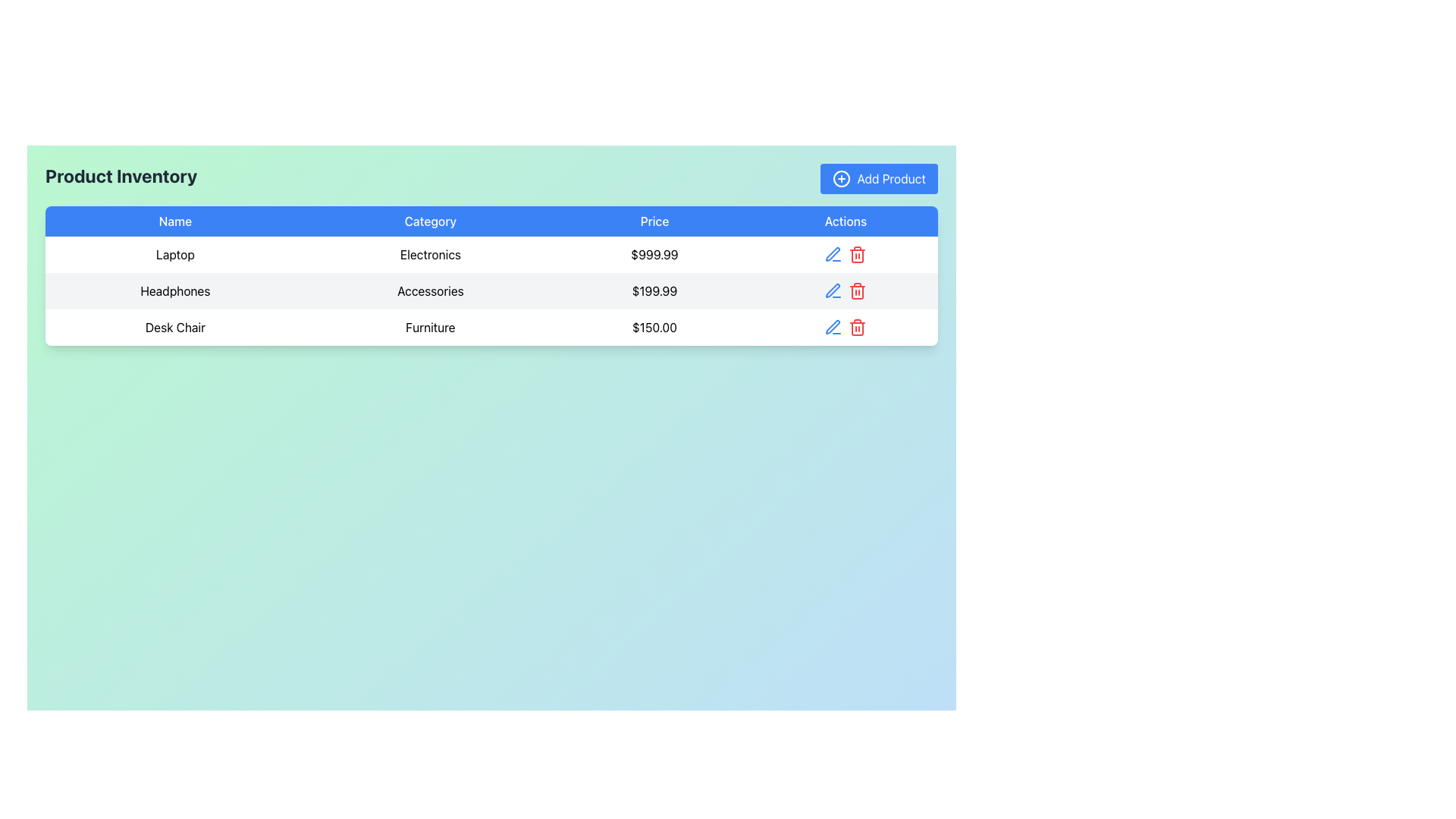  What do you see at coordinates (491, 253) in the screenshot?
I see `the first data display row in the product inventory table that shows the product 'Laptop', which includes its name, category, and price` at bounding box center [491, 253].